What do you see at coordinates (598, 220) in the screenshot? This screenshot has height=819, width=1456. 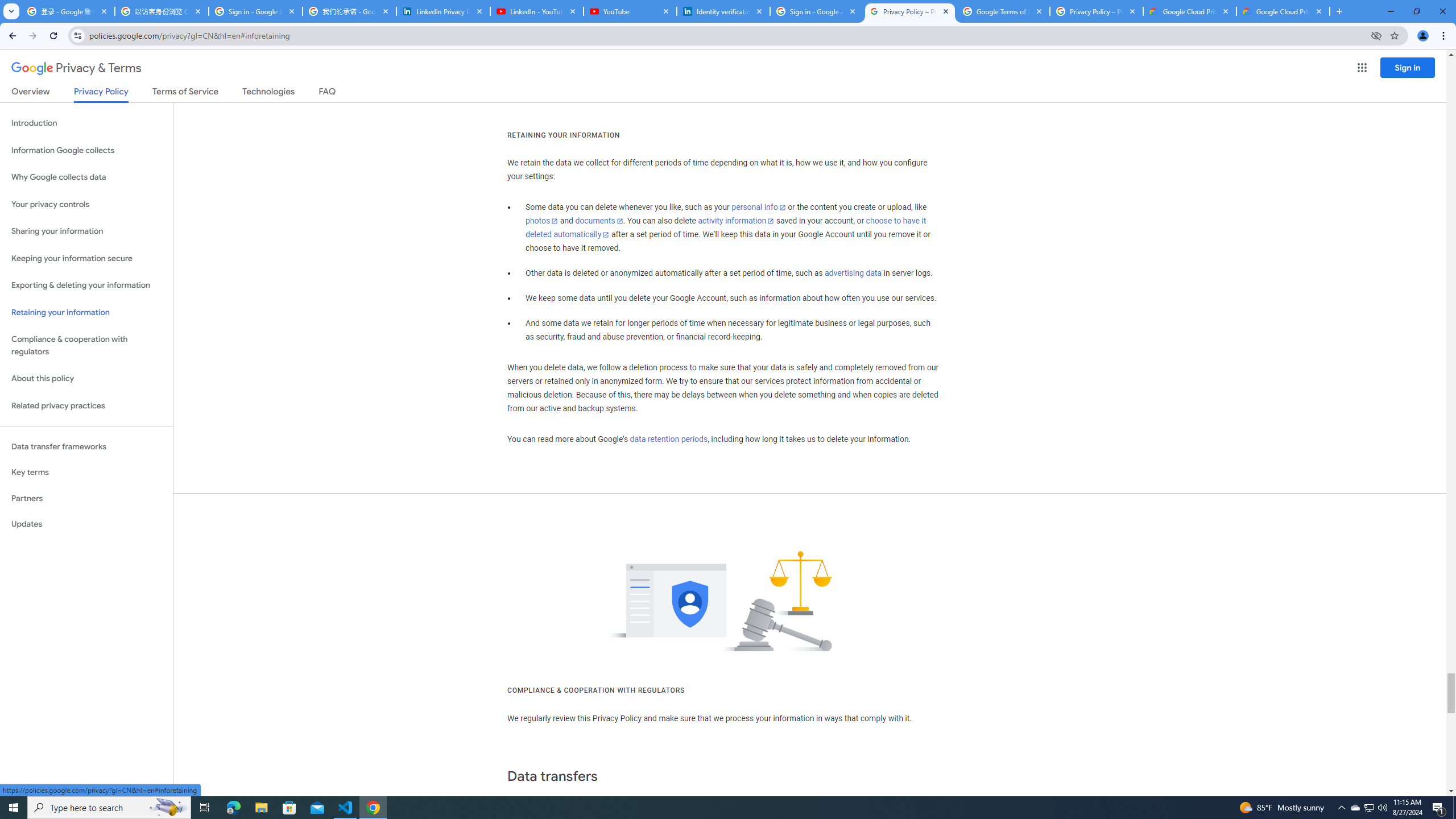 I see `'documents'` at bounding box center [598, 220].